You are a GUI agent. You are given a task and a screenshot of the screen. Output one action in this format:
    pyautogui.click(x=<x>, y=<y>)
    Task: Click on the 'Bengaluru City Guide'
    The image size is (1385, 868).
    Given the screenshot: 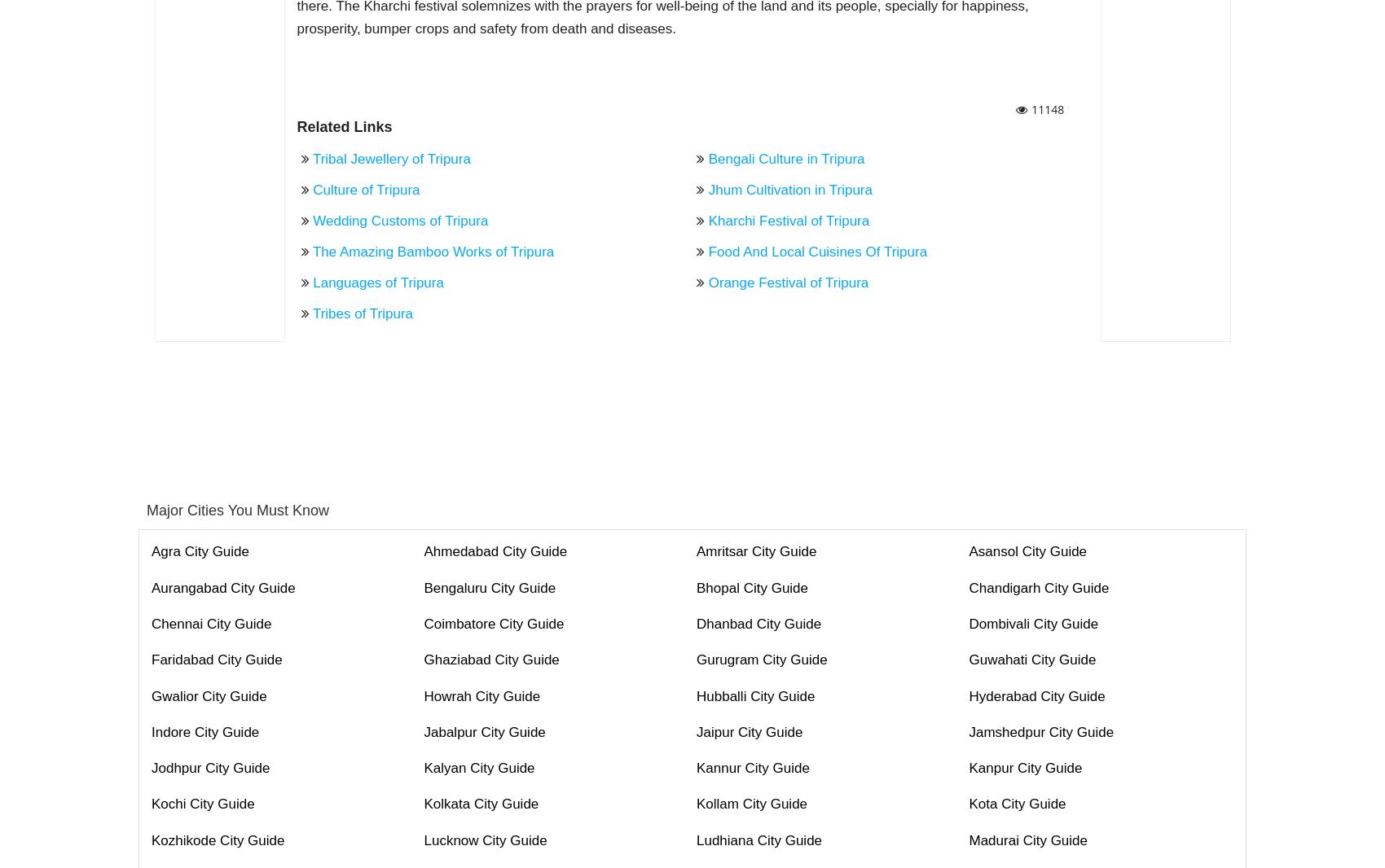 What is the action you would take?
    pyautogui.click(x=424, y=586)
    